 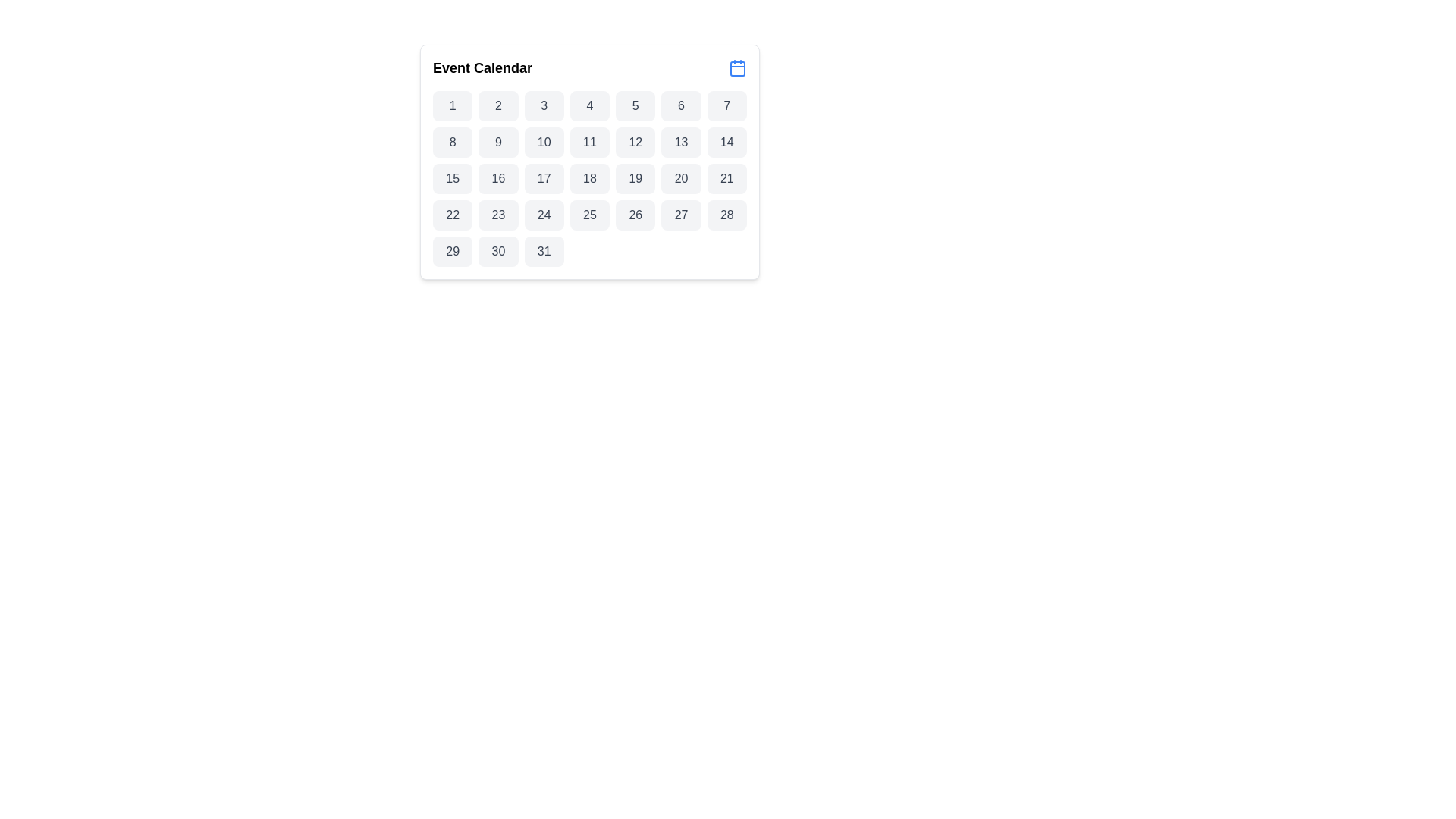 I want to click on the selectable date button representing the 29th day of the month in the calendar component, so click(x=452, y=250).